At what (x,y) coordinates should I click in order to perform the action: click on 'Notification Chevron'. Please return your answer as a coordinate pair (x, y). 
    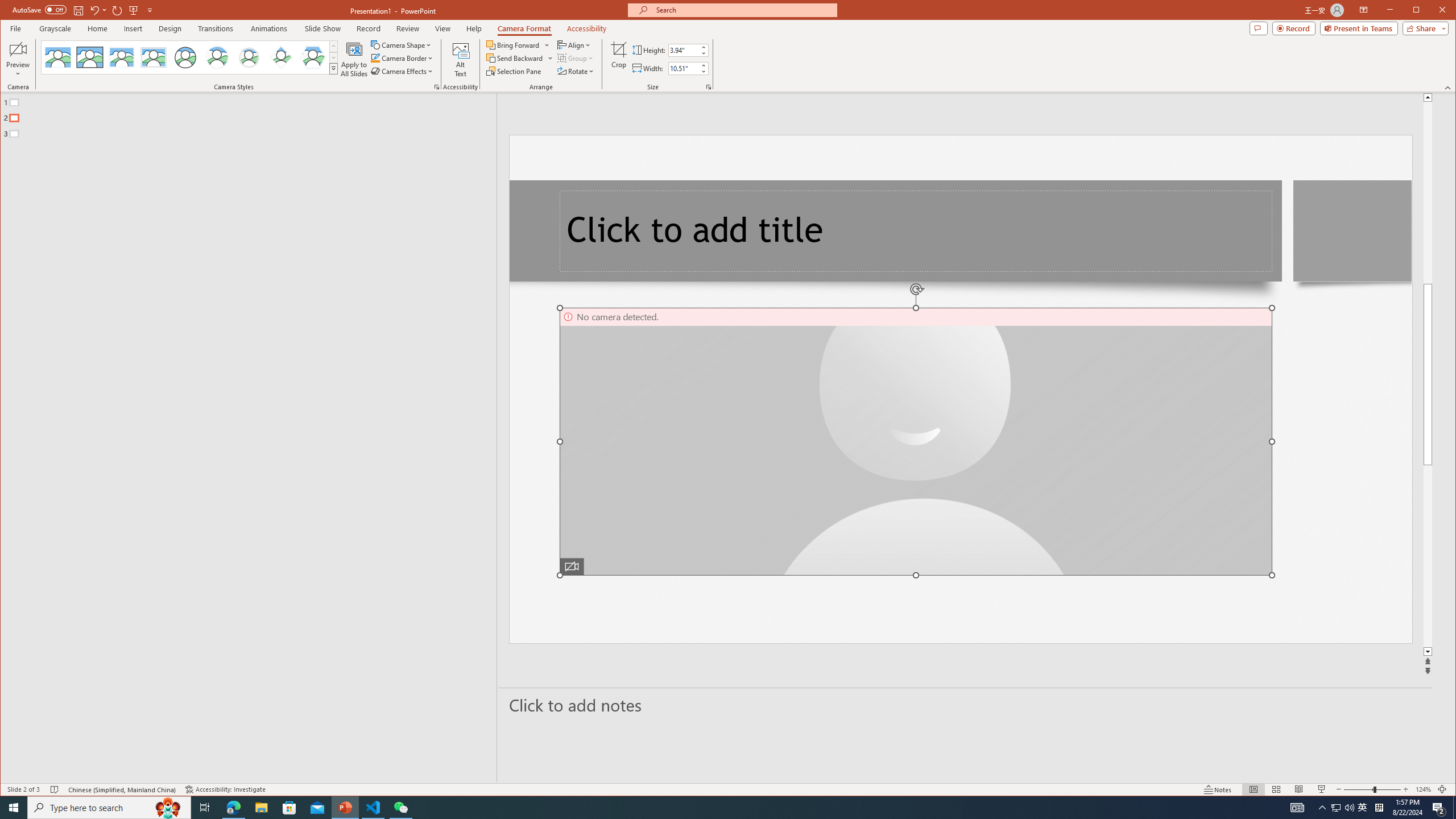
    Looking at the image, I should click on (1322, 806).